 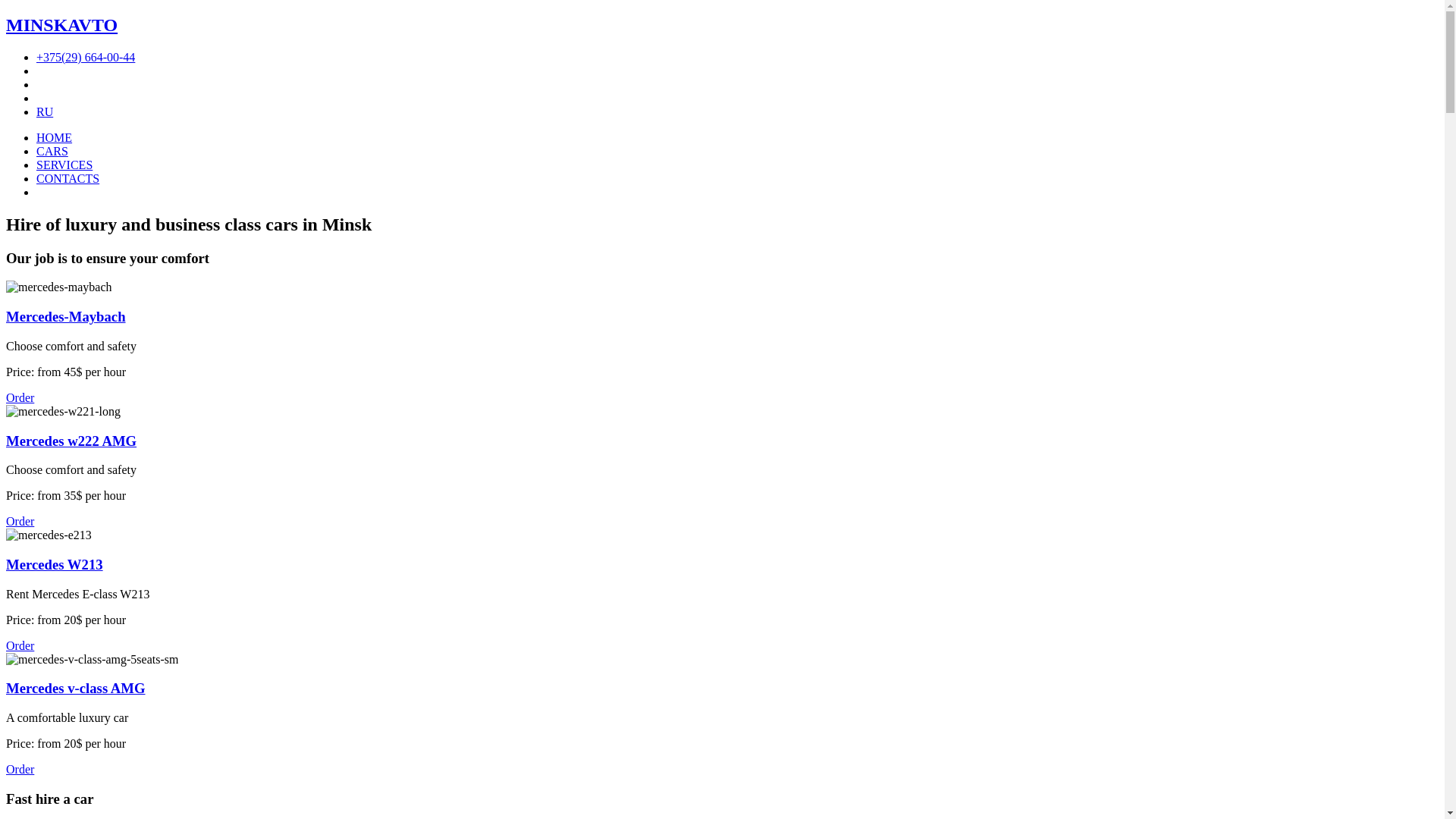 What do you see at coordinates (44, 111) in the screenshot?
I see `'RU'` at bounding box center [44, 111].